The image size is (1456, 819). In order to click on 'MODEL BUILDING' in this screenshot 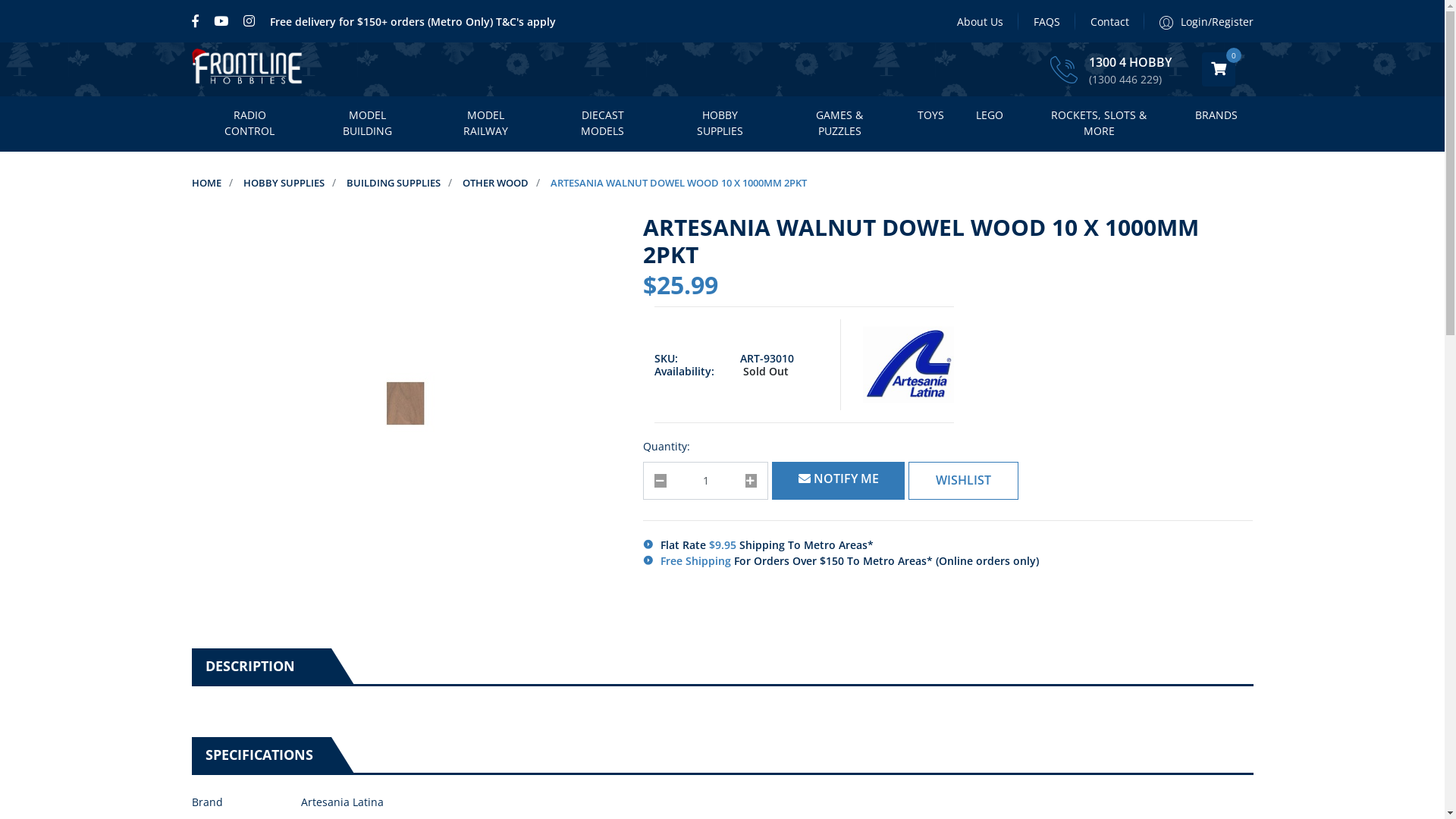, I will do `click(367, 123)`.